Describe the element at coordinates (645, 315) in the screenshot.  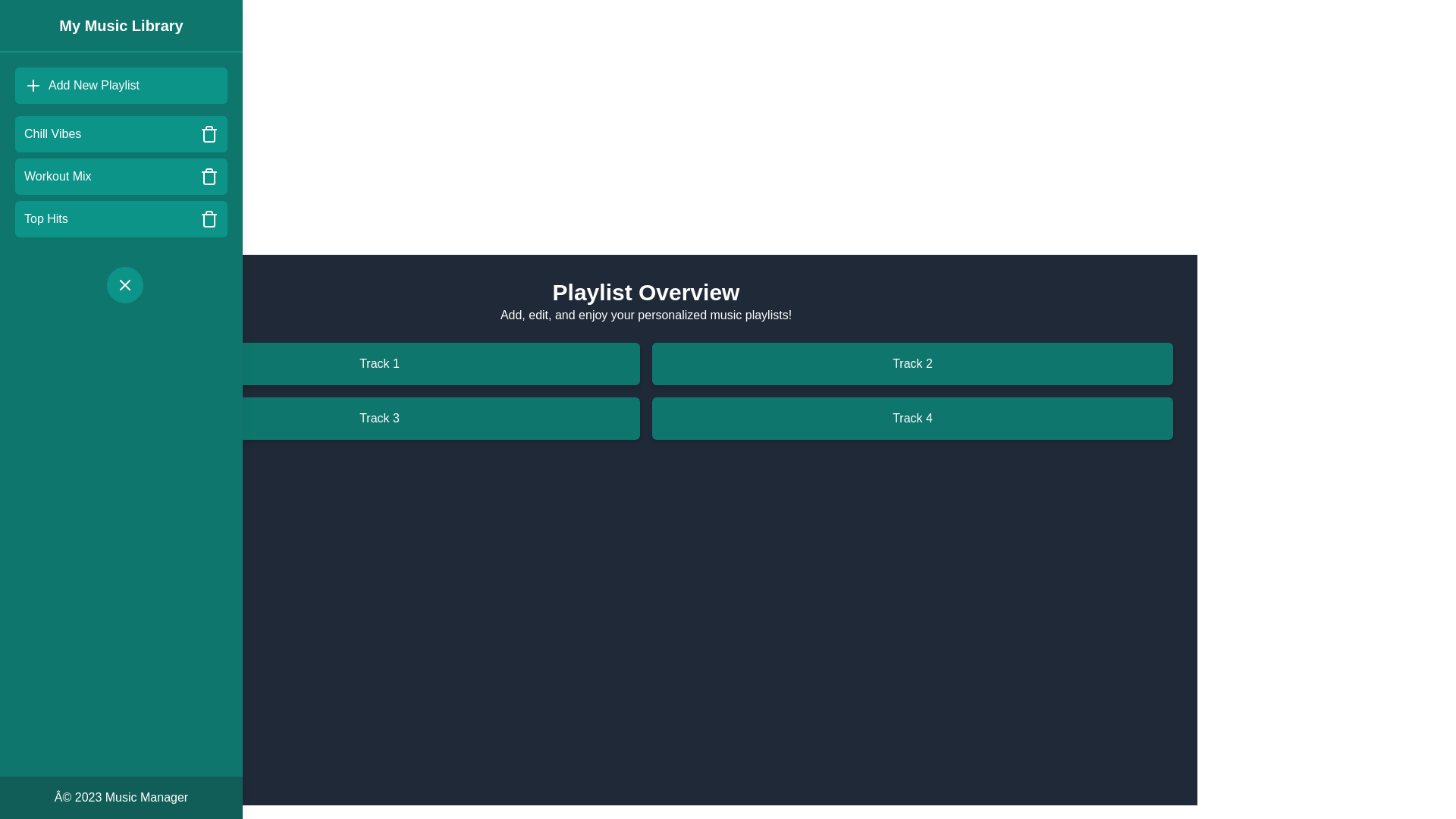
I see `the Text label that serves as a subtitle for the 'Playlist Overview' section, located directly below the 'Playlist Overview' title and above the grid of playlist items` at that location.